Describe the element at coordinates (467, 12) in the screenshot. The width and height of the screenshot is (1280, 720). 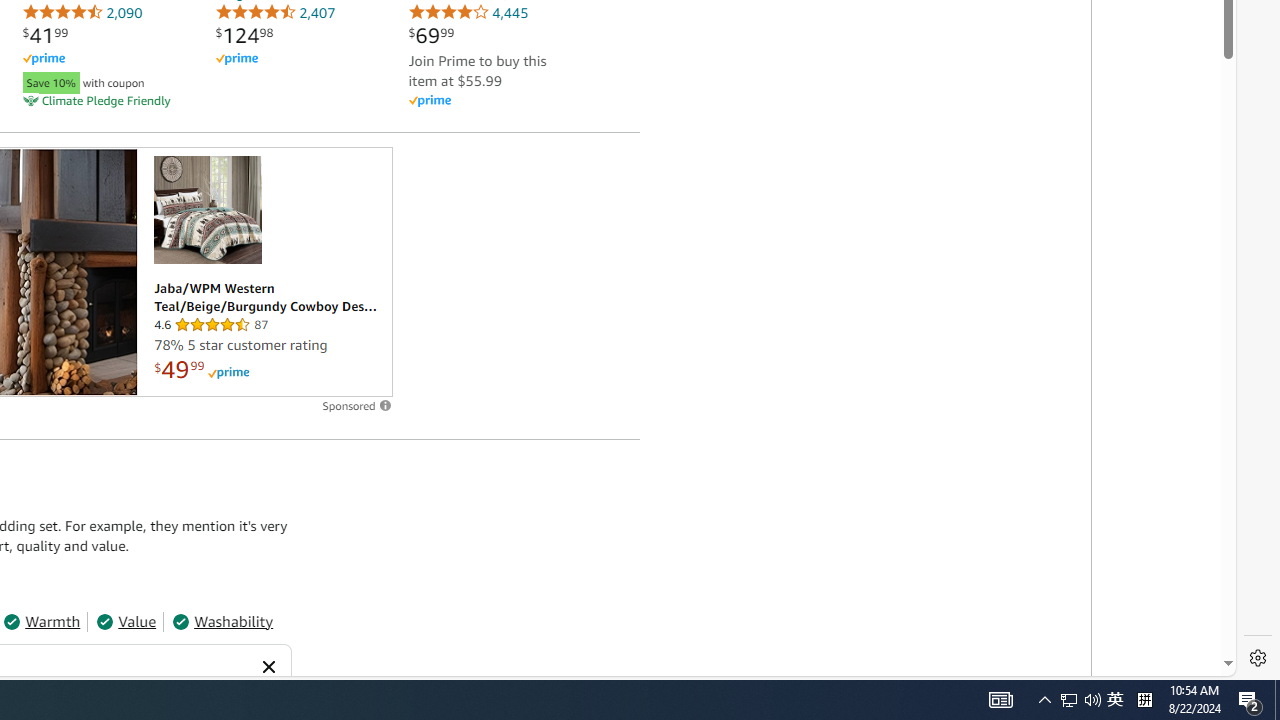
I see `'4,445'` at that location.